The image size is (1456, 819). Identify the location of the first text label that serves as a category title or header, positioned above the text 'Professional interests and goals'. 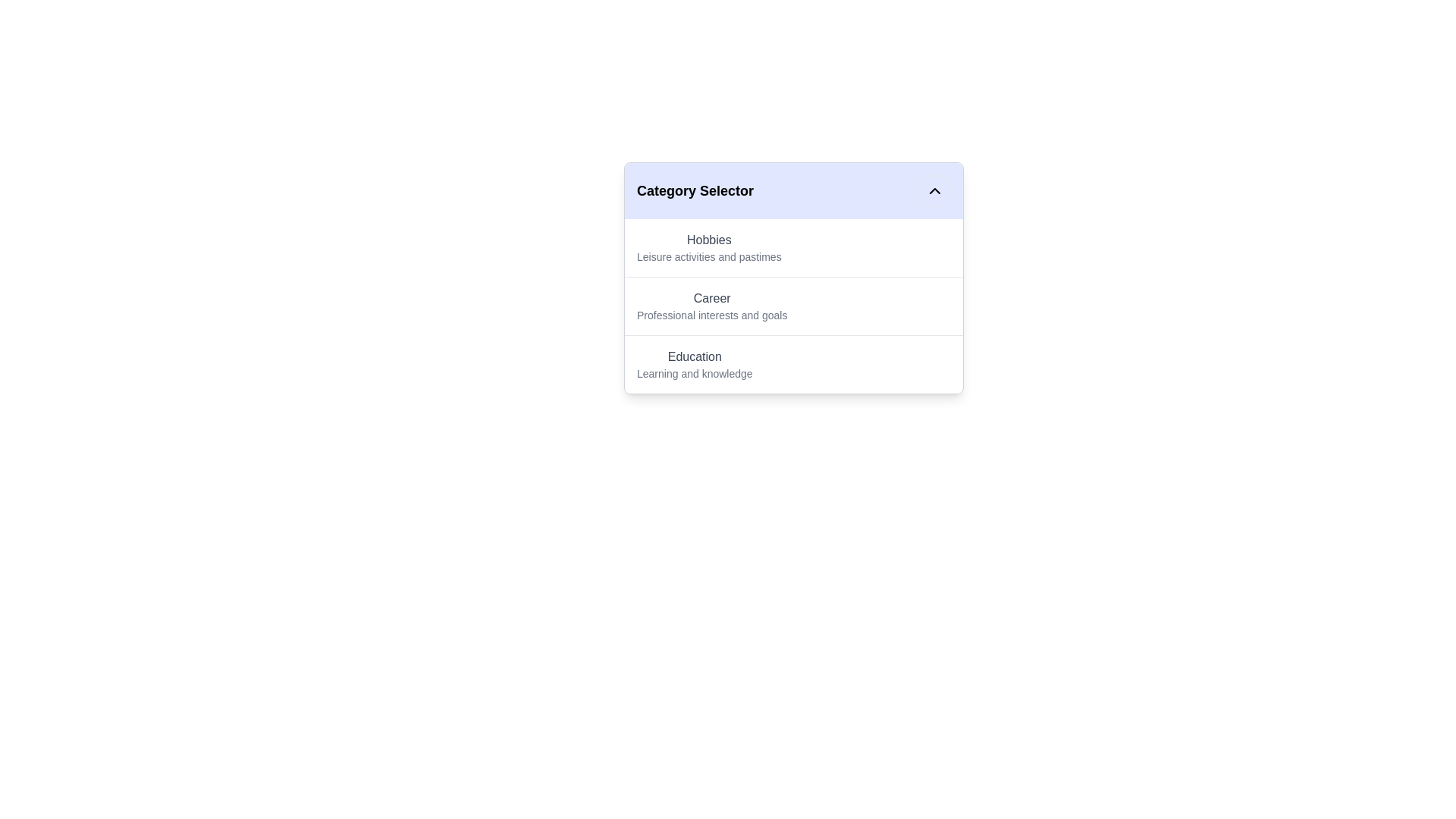
(711, 298).